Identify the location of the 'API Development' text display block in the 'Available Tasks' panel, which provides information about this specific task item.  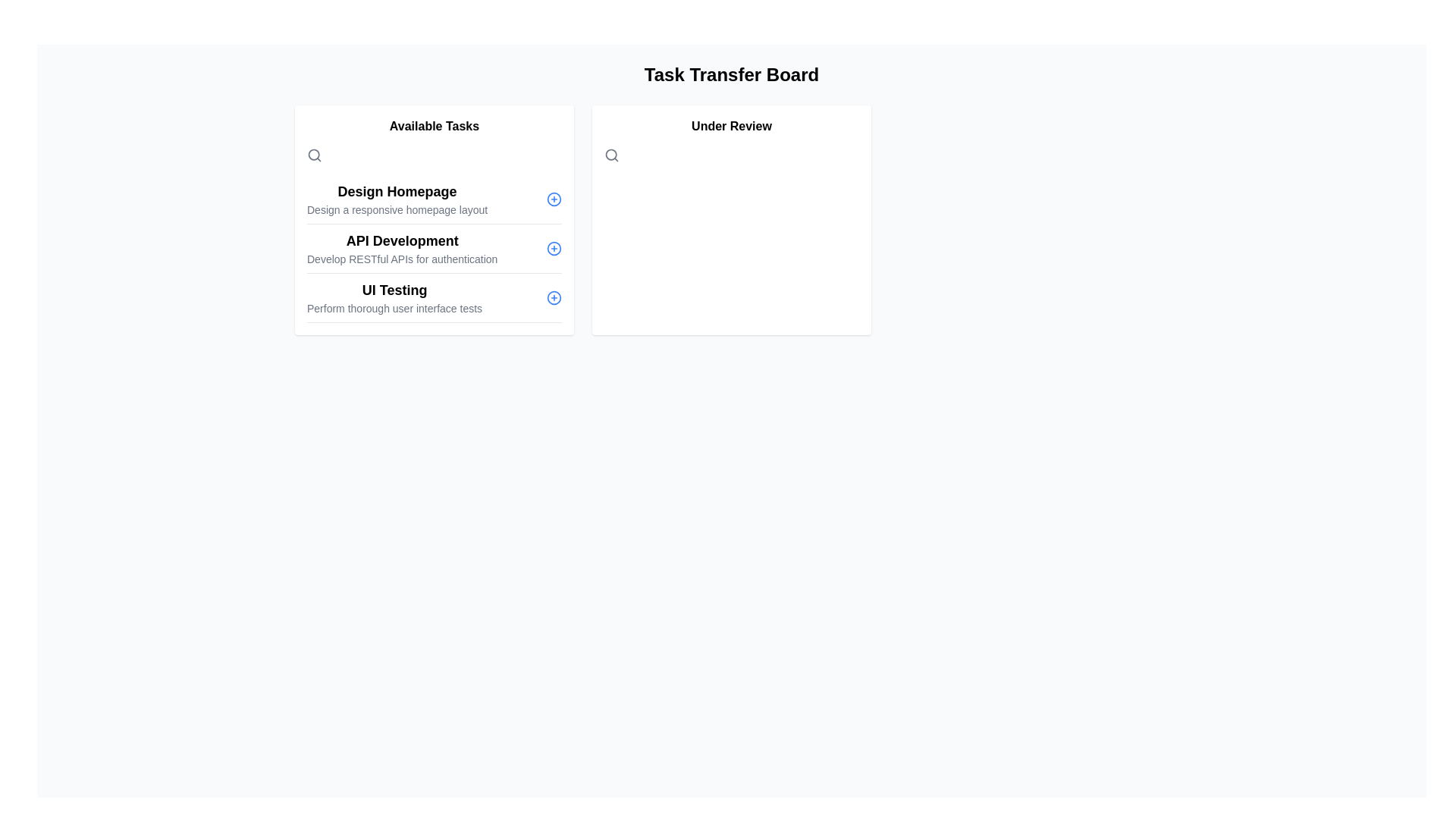
(402, 247).